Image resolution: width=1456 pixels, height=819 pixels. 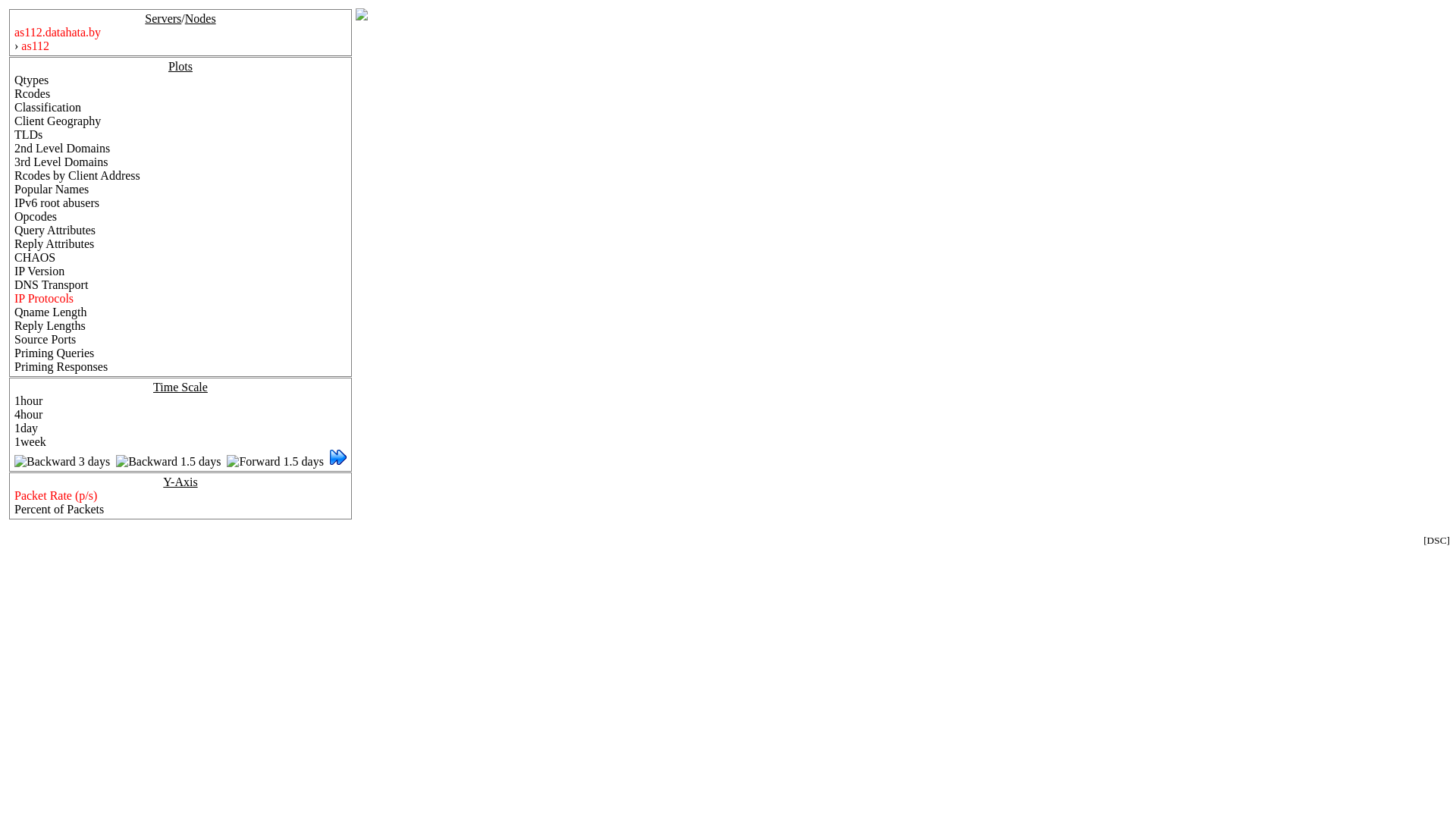 What do you see at coordinates (14, 230) in the screenshot?
I see `'Query Attributes'` at bounding box center [14, 230].